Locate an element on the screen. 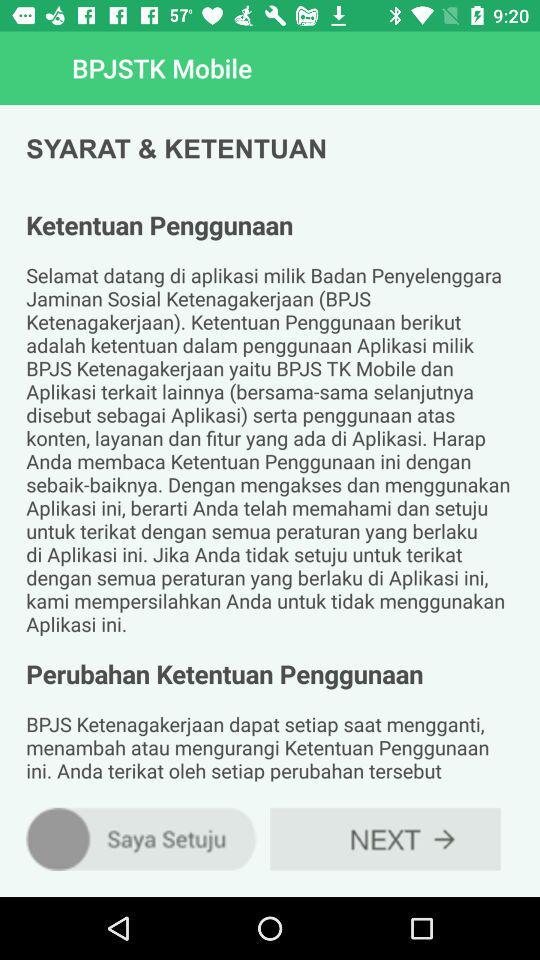 This screenshot has width=540, height=960. the item below the ketentuan penggunaan selamat icon is located at coordinates (385, 839).